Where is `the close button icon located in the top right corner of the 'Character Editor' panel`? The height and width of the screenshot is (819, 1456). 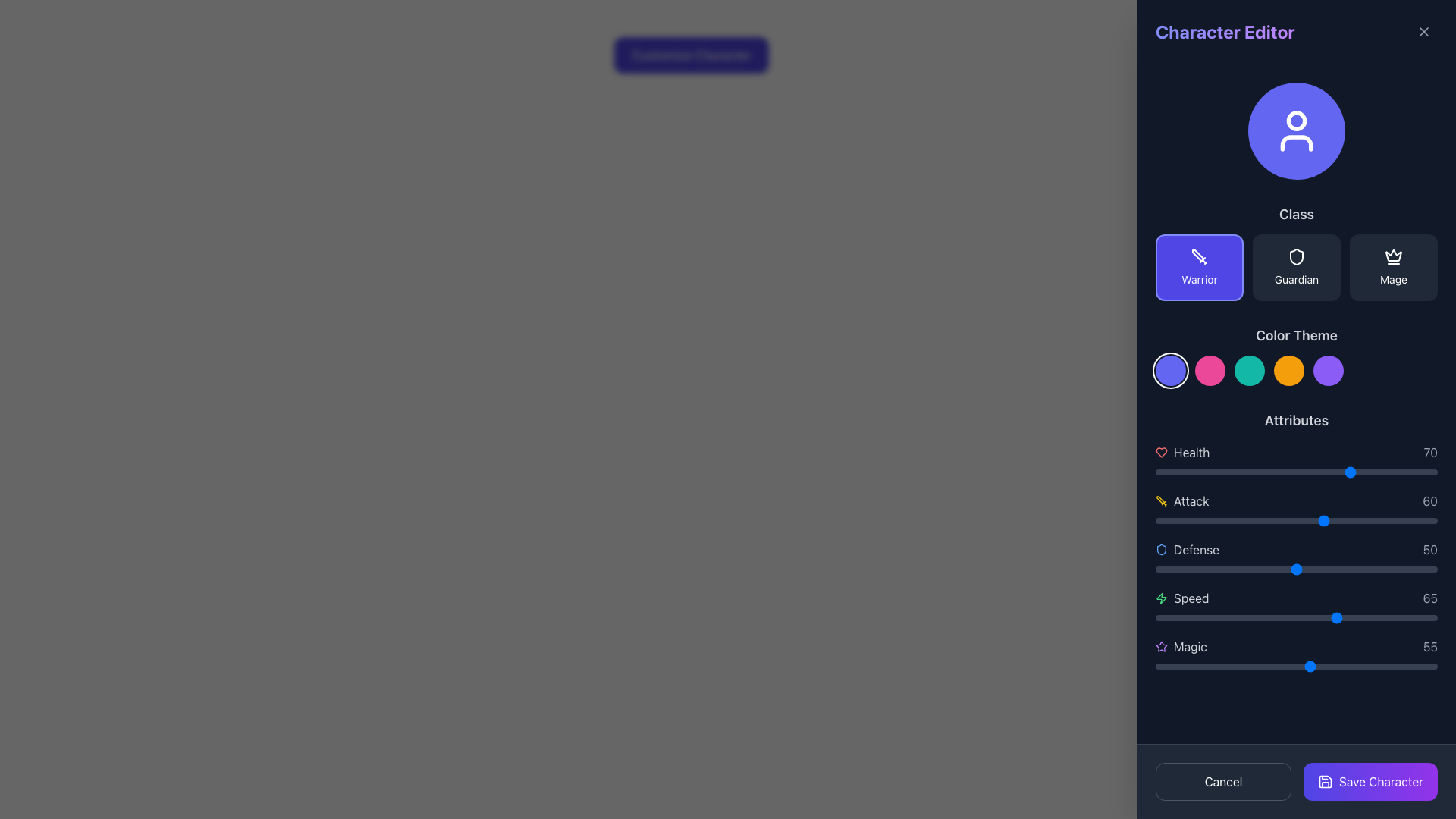
the close button icon located in the top right corner of the 'Character Editor' panel is located at coordinates (1423, 32).